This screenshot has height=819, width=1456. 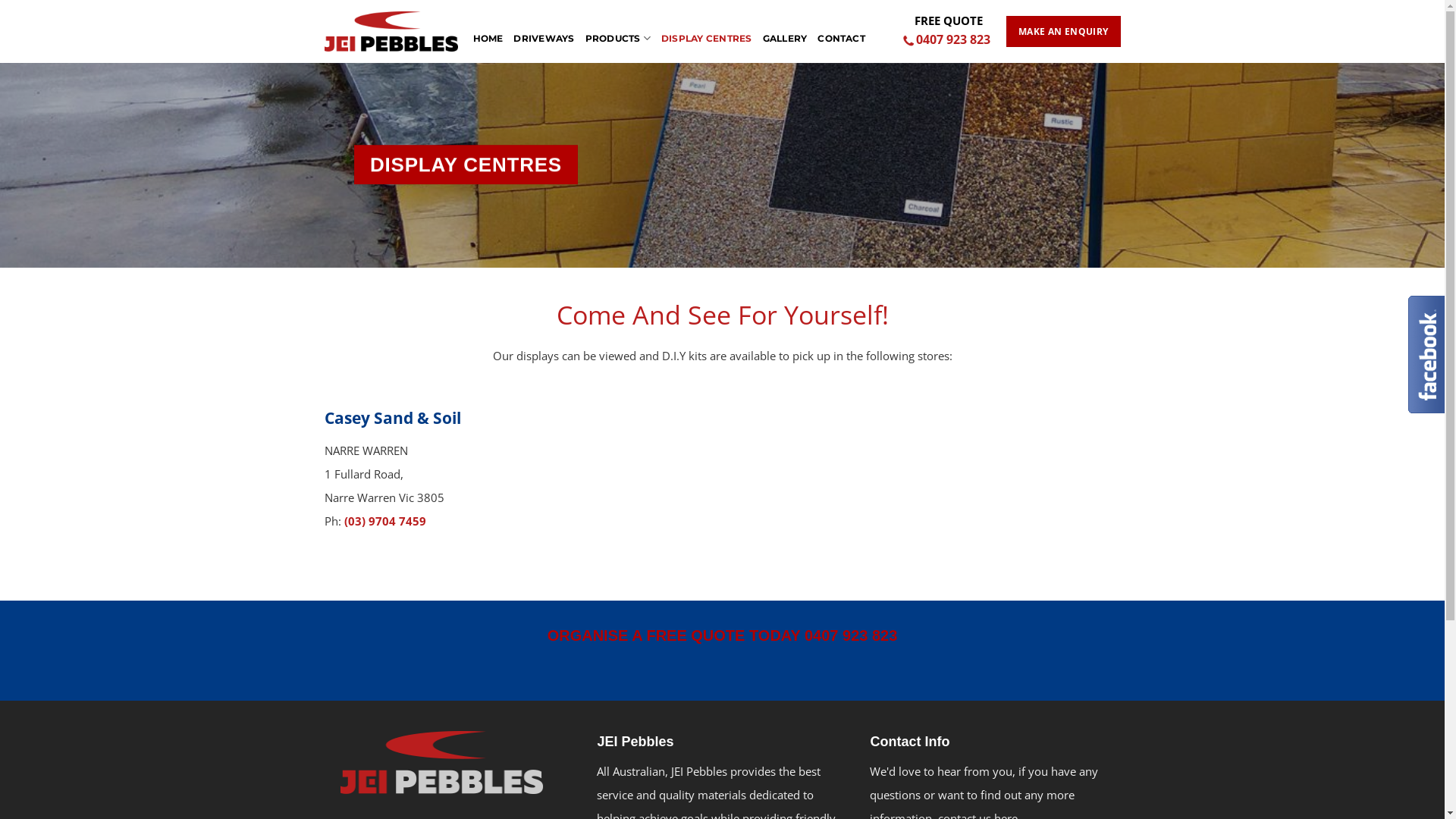 I want to click on '0407 923 823', so click(x=947, y=39).